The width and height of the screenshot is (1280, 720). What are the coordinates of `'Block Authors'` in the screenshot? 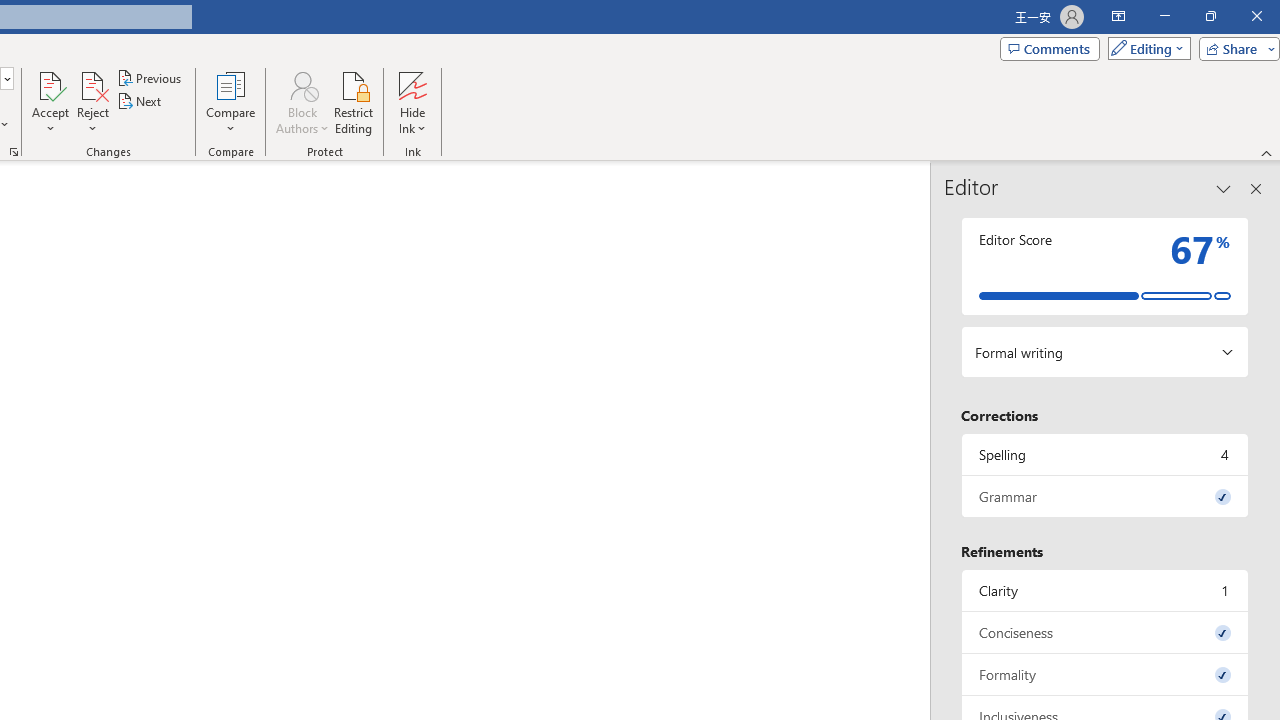 It's located at (301, 84).